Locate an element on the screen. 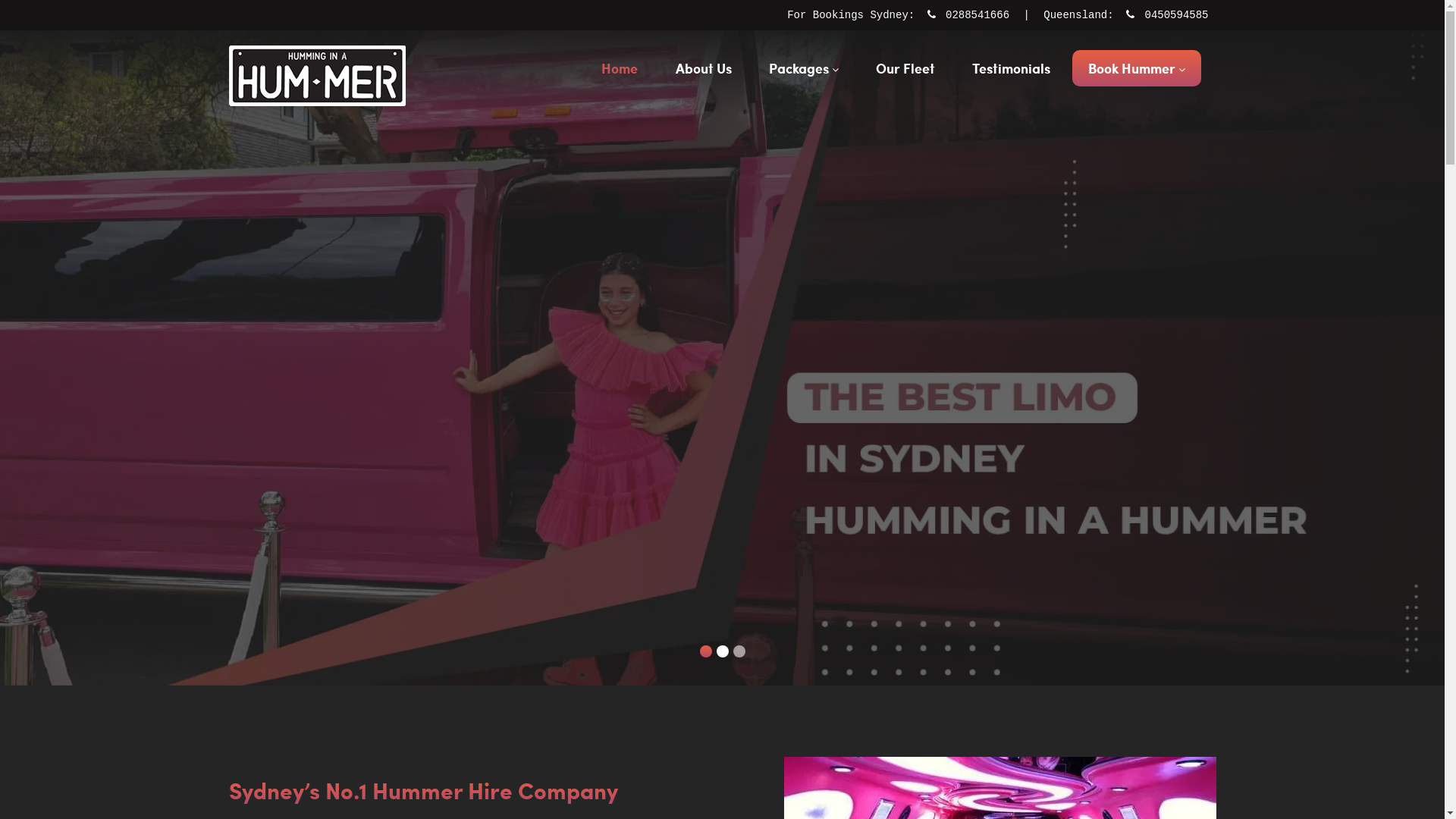  'Packages' is located at coordinates (803, 67).